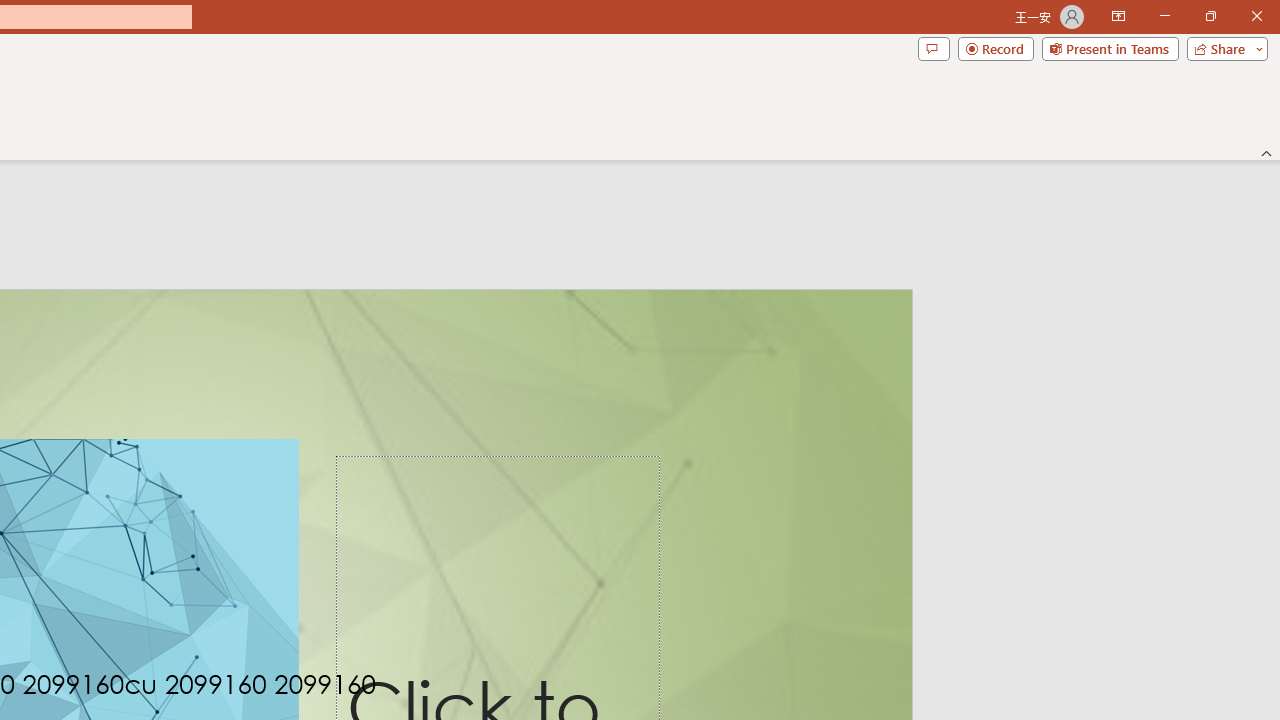 The image size is (1280, 720). I want to click on 'Ribbon Display Options', so click(1117, 16).